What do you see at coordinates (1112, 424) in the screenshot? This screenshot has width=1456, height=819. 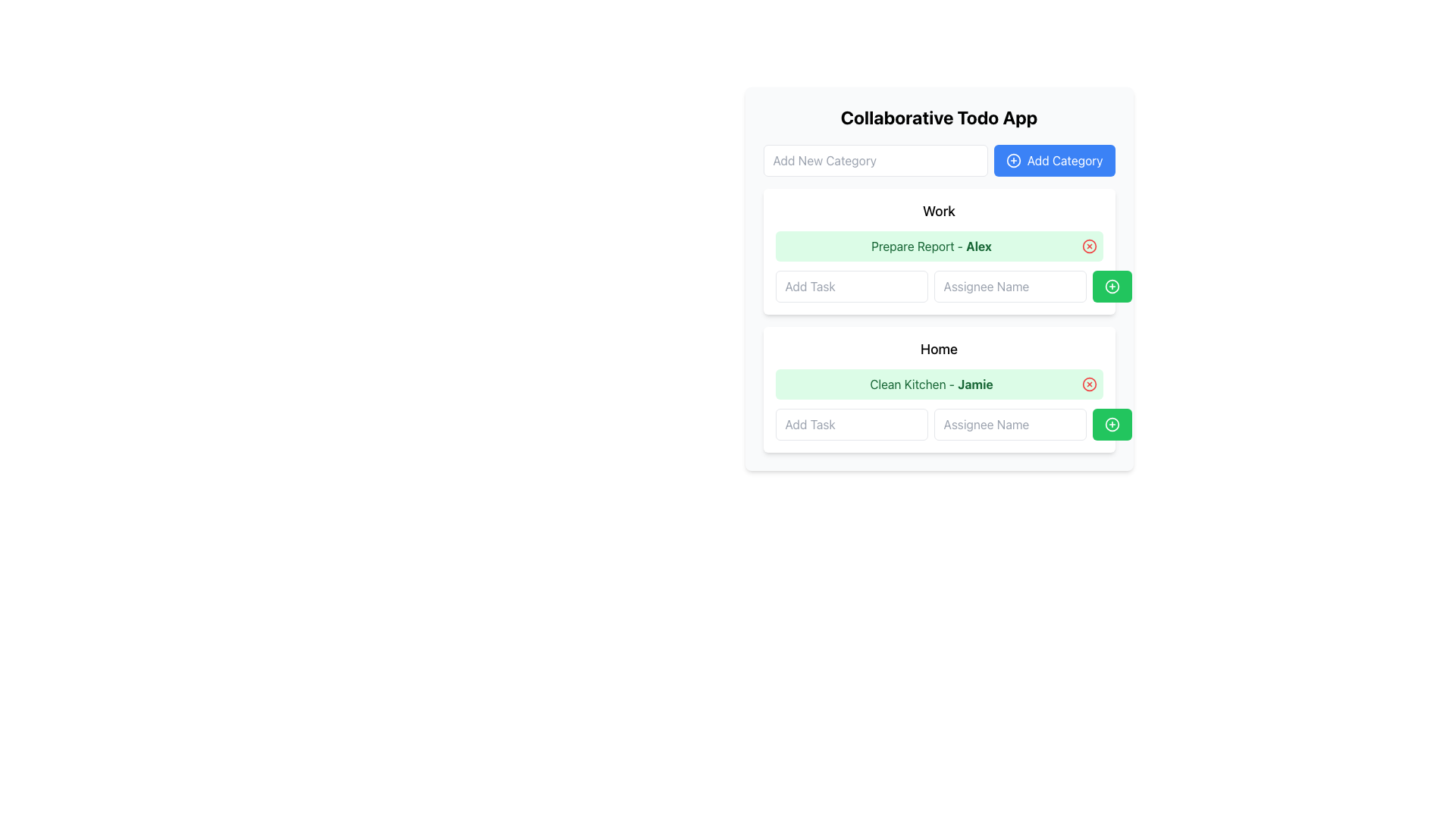 I see `the green circular button with a white plus sign that is located next to the 'Add Task' and 'Assignee Name' text input fields` at bounding box center [1112, 424].